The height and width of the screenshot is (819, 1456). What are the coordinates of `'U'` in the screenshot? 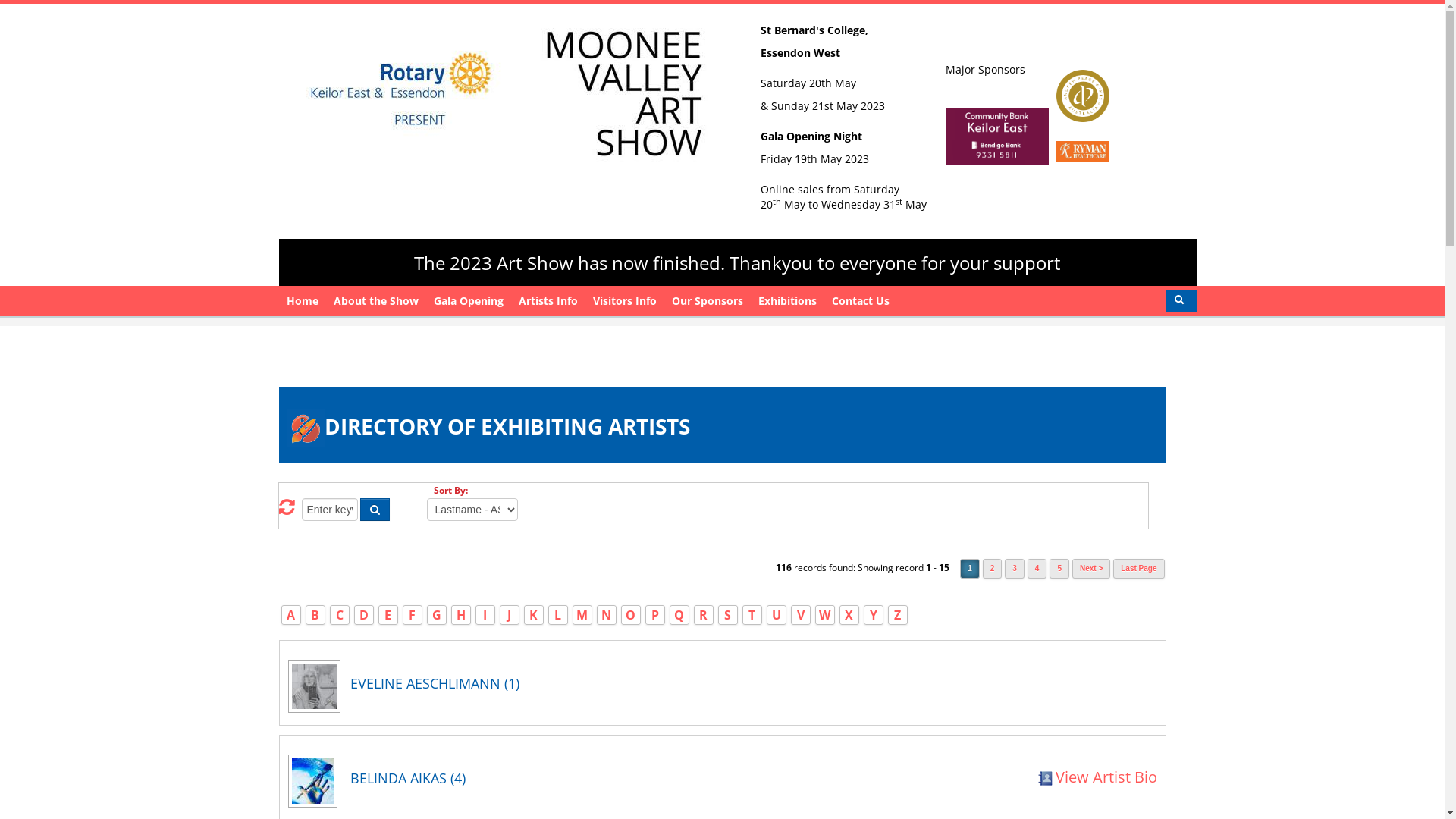 It's located at (771, 614).